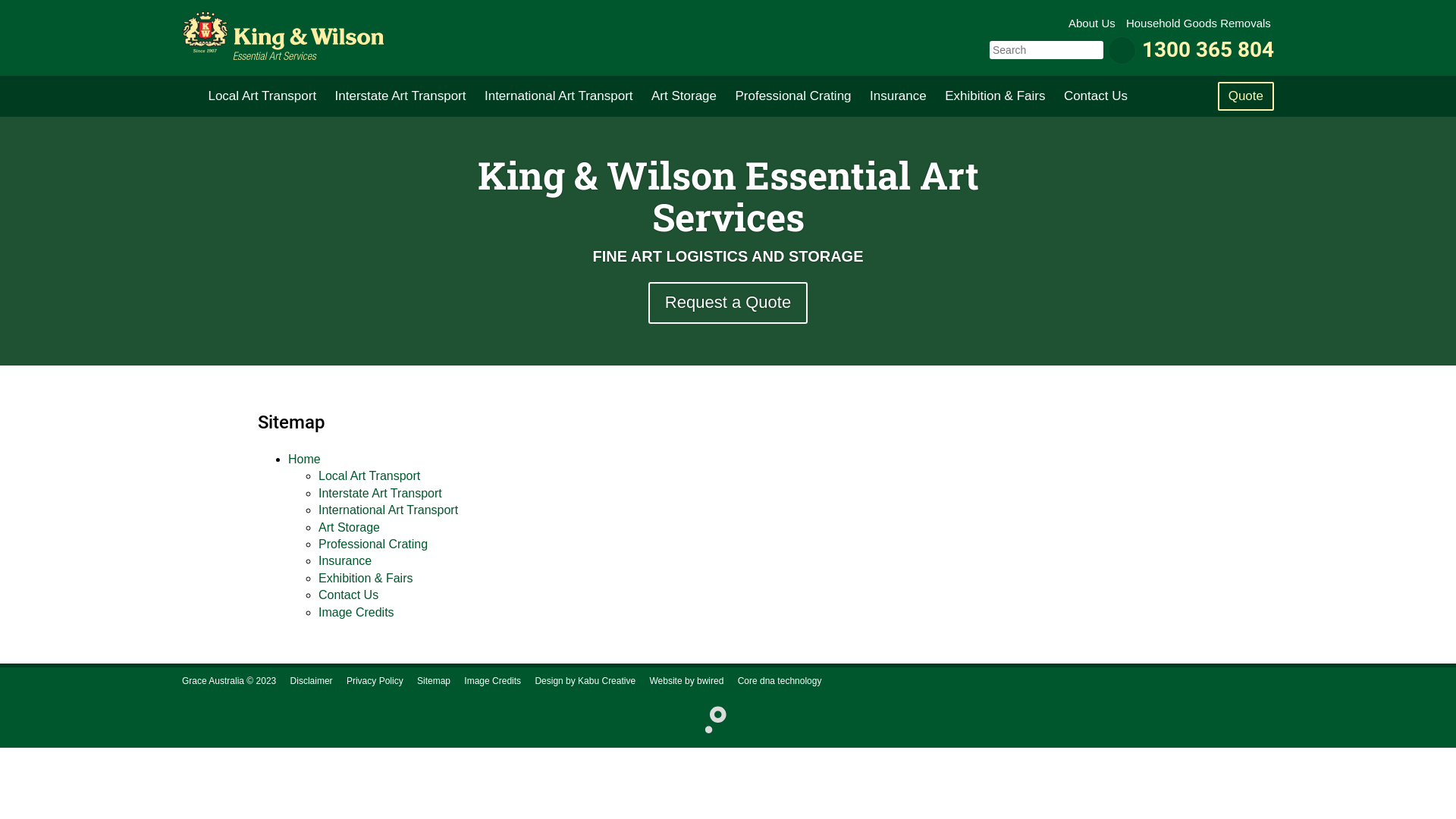 This screenshot has height=819, width=1456. What do you see at coordinates (1245, 96) in the screenshot?
I see `'Quote'` at bounding box center [1245, 96].